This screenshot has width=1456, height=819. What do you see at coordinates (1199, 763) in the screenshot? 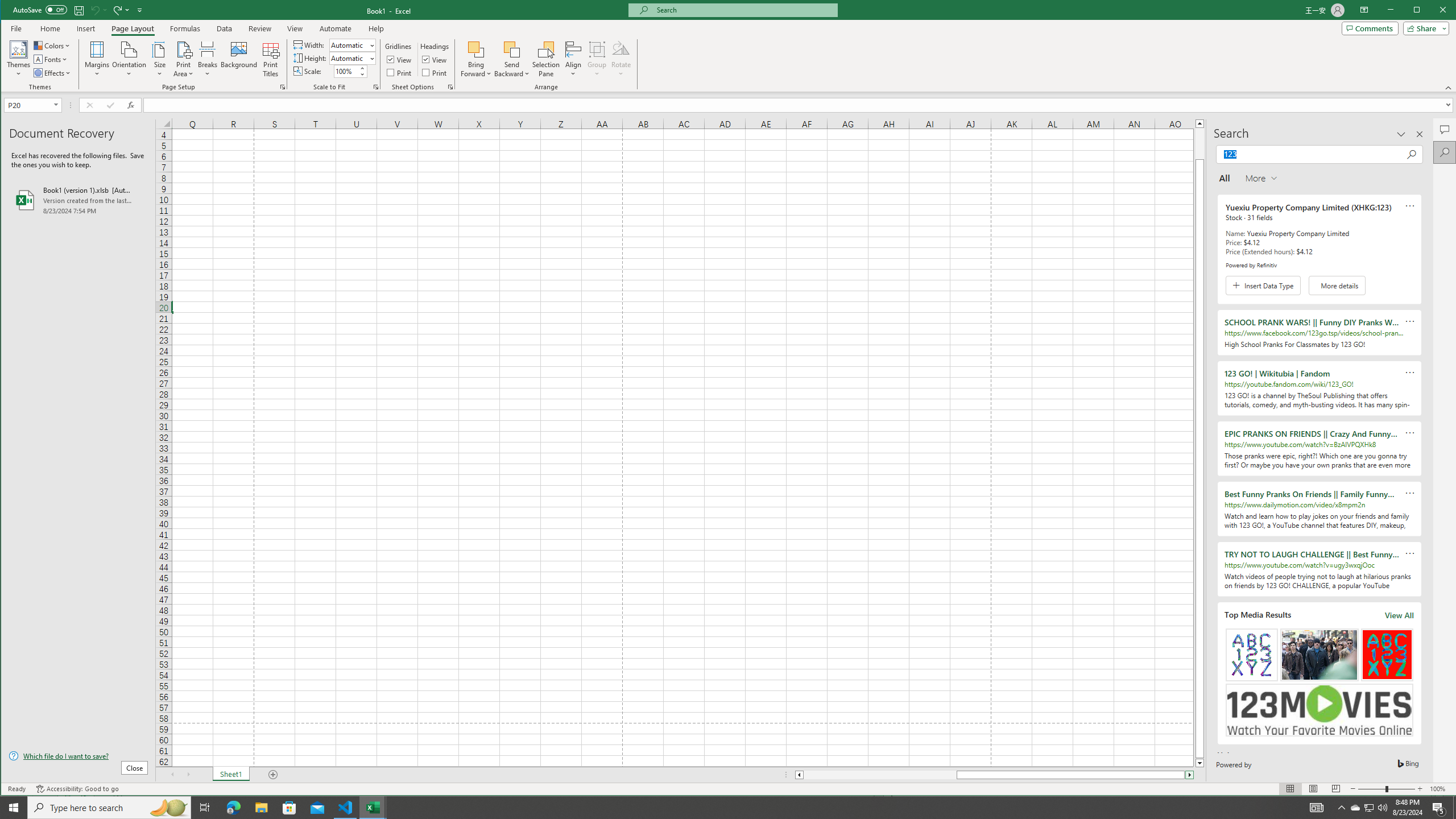
I see `'Line down'` at bounding box center [1199, 763].